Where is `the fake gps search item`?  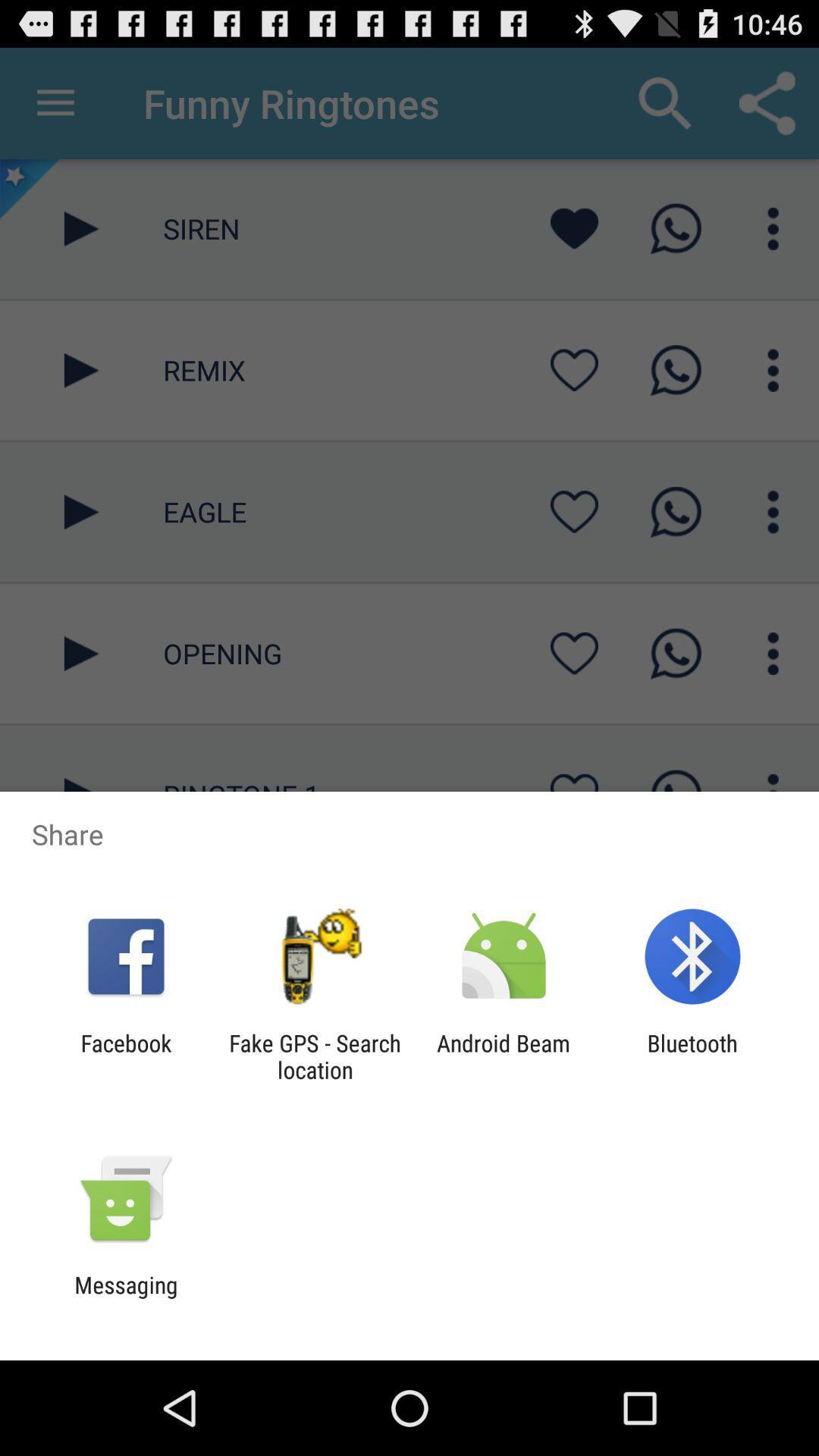
the fake gps search item is located at coordinates (314, 1056).